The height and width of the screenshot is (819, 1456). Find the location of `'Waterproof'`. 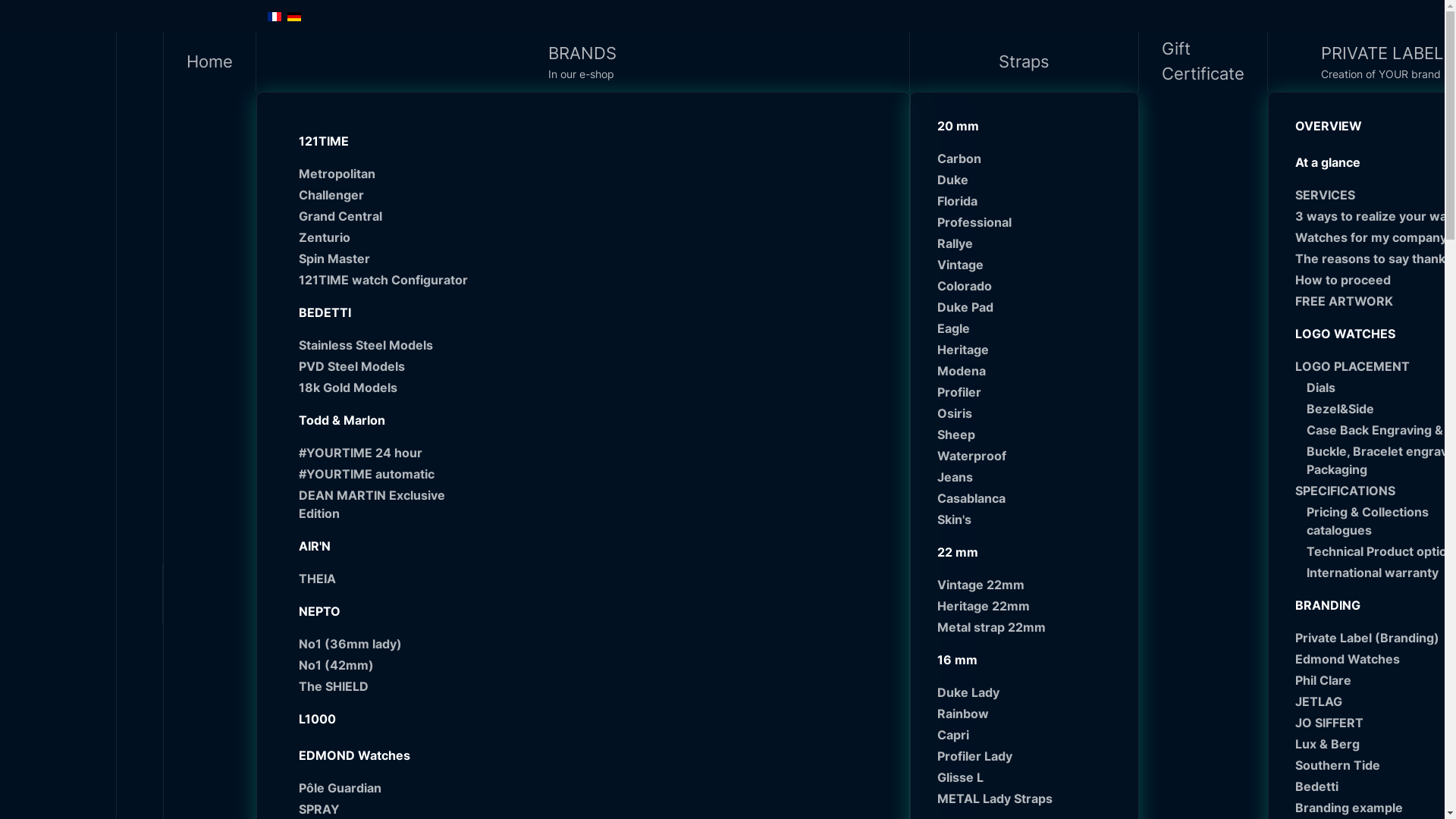

'Waterproof' is located at coordinates (1030, 455).